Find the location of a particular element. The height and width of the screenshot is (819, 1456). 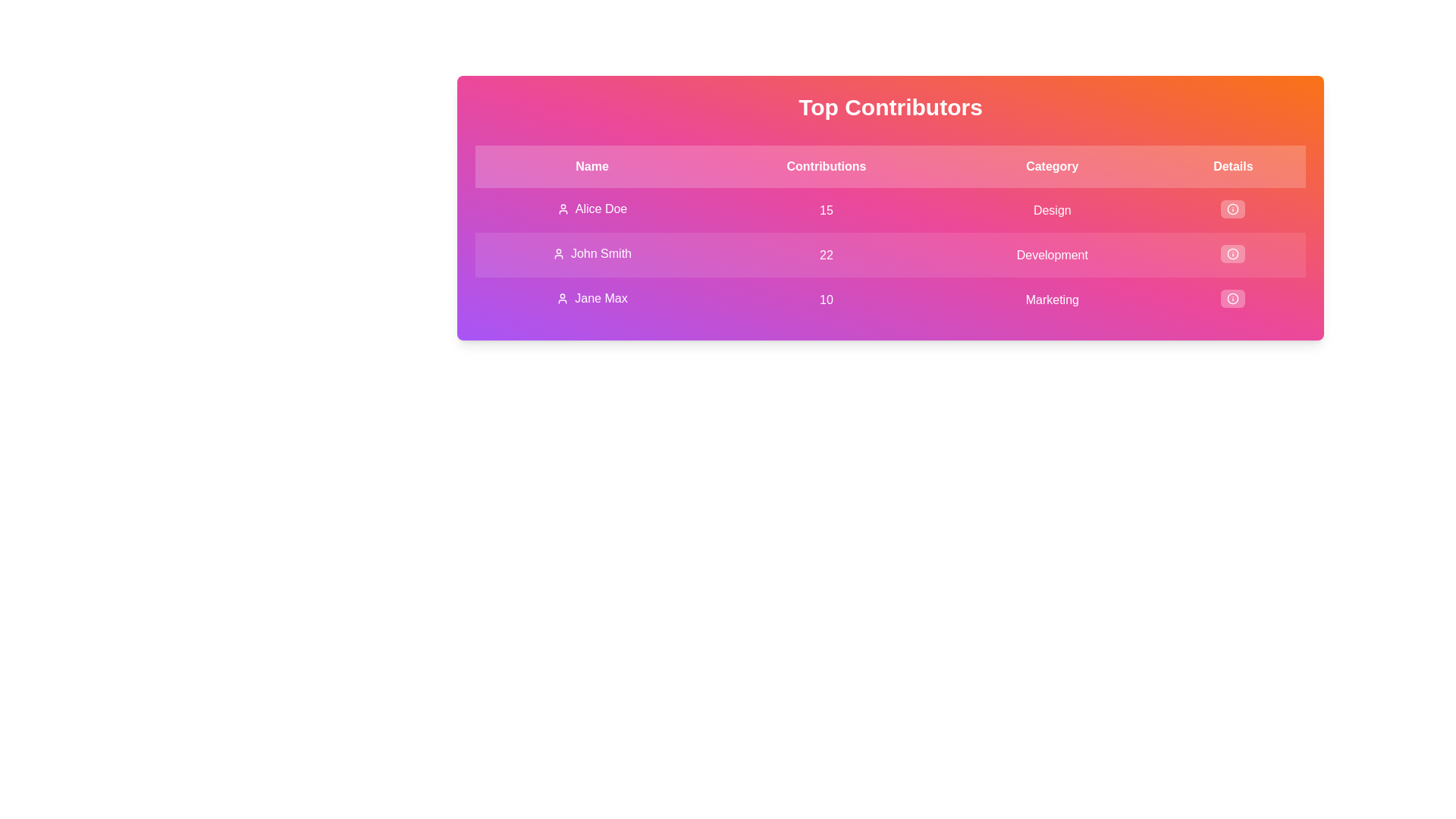

the contributions label for 'John Smith' located in the 'Contributions' column of the table, which is positioned between the 'Name' column and the 'Category' column is located at coordinates (825, 254).